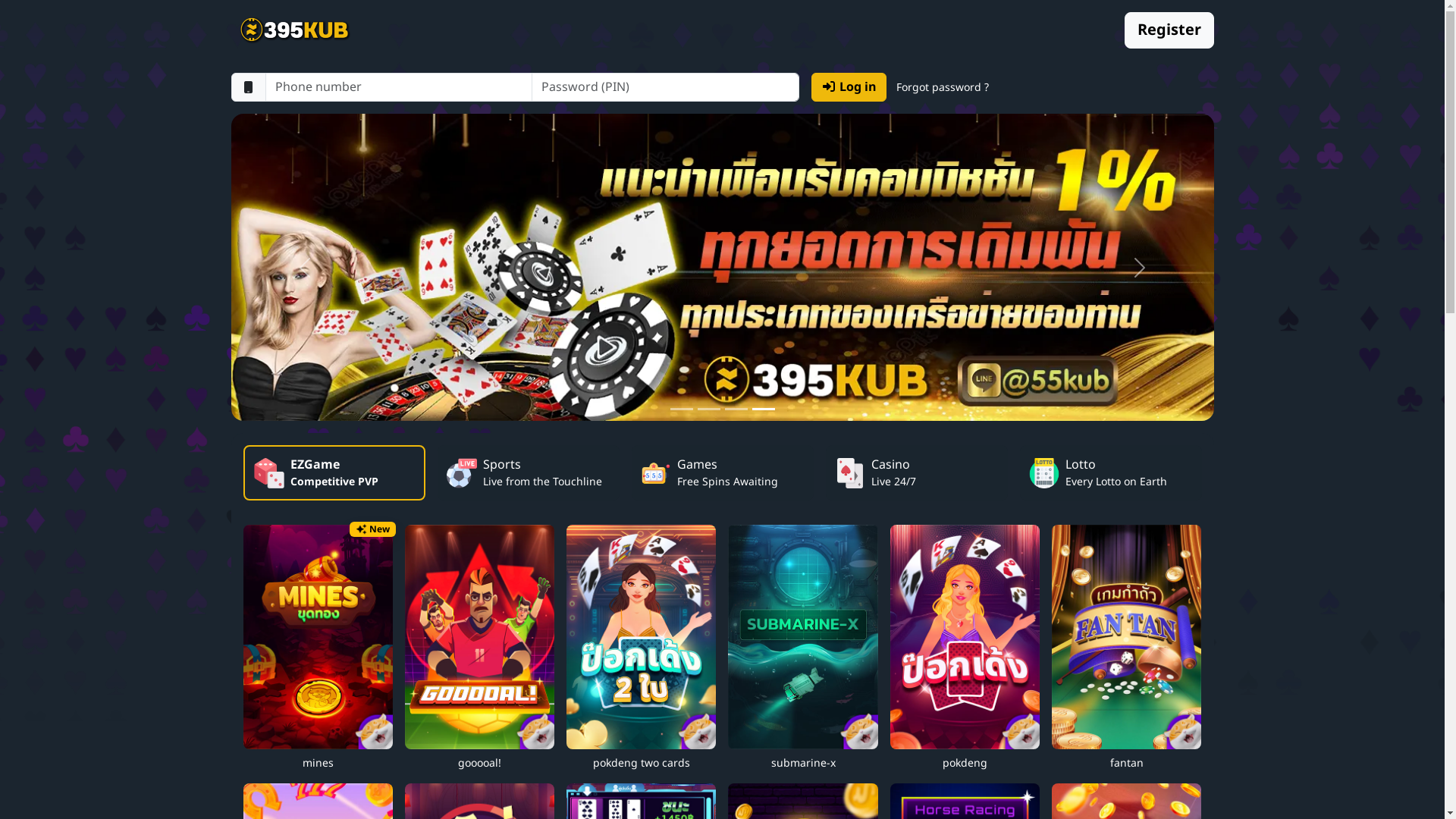 This screenshot has height=819, width=1456. Describe the element at coordinates (848, 87) in the screenshot. I see `'Log in'` at that location.